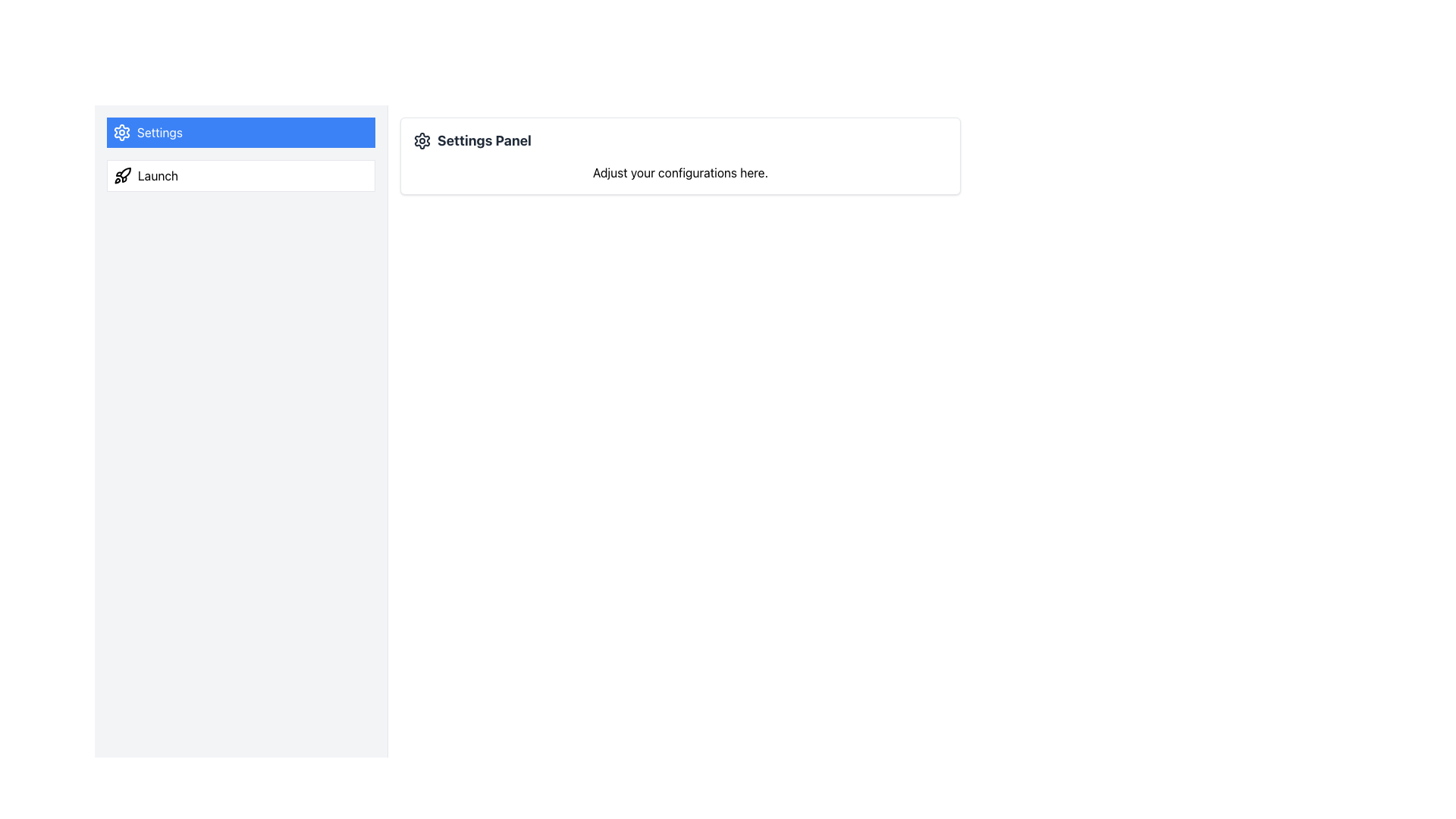  I want to click on the instructional text located at the bottom of the 'Settings Panel' card, directly below the 'Settings Panel' title and to the right of the settings icon, so click(679, 171).